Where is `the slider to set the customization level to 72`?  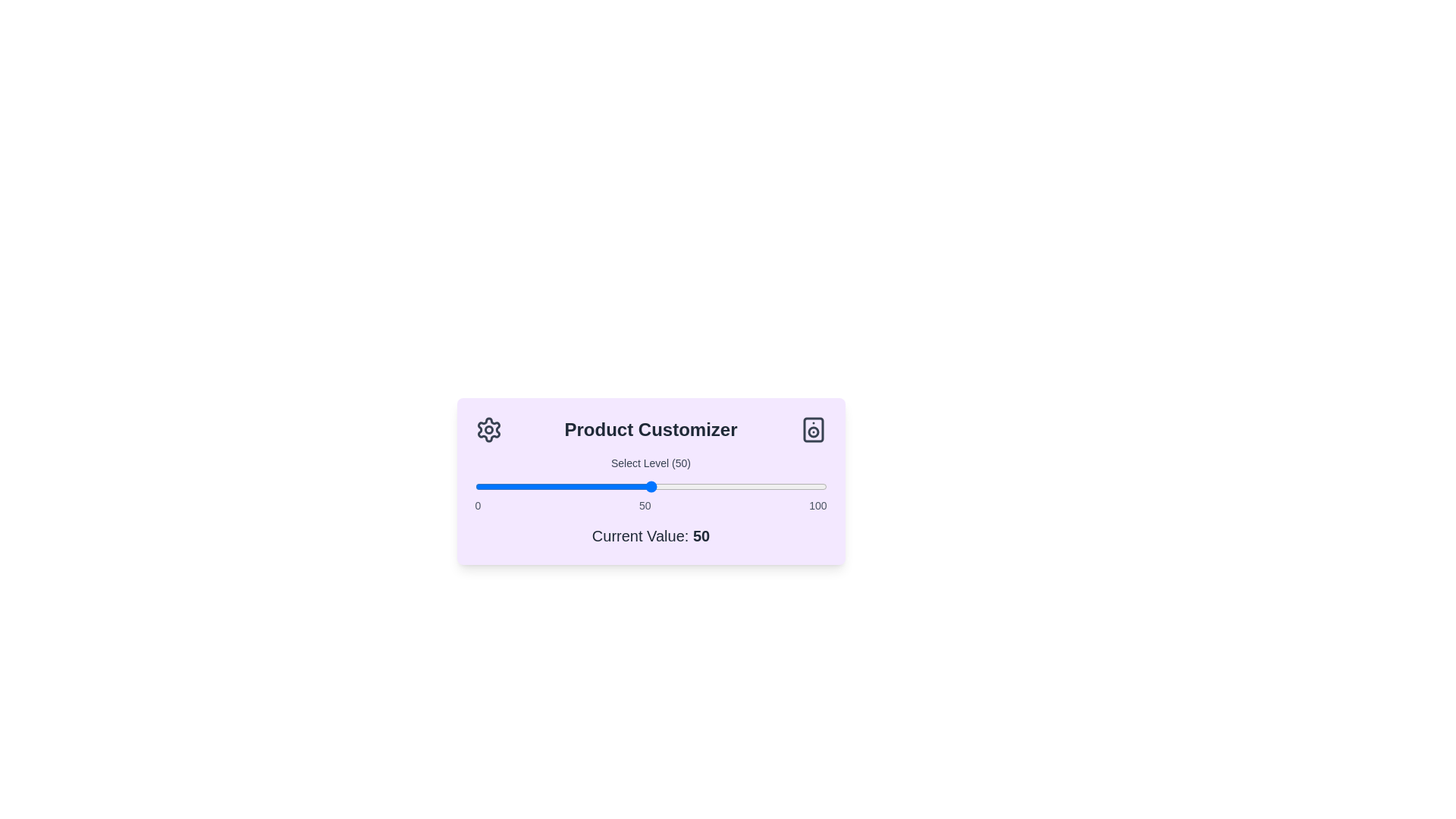
the slider to set the customization level to 72 is located at coordinates (728, 486).